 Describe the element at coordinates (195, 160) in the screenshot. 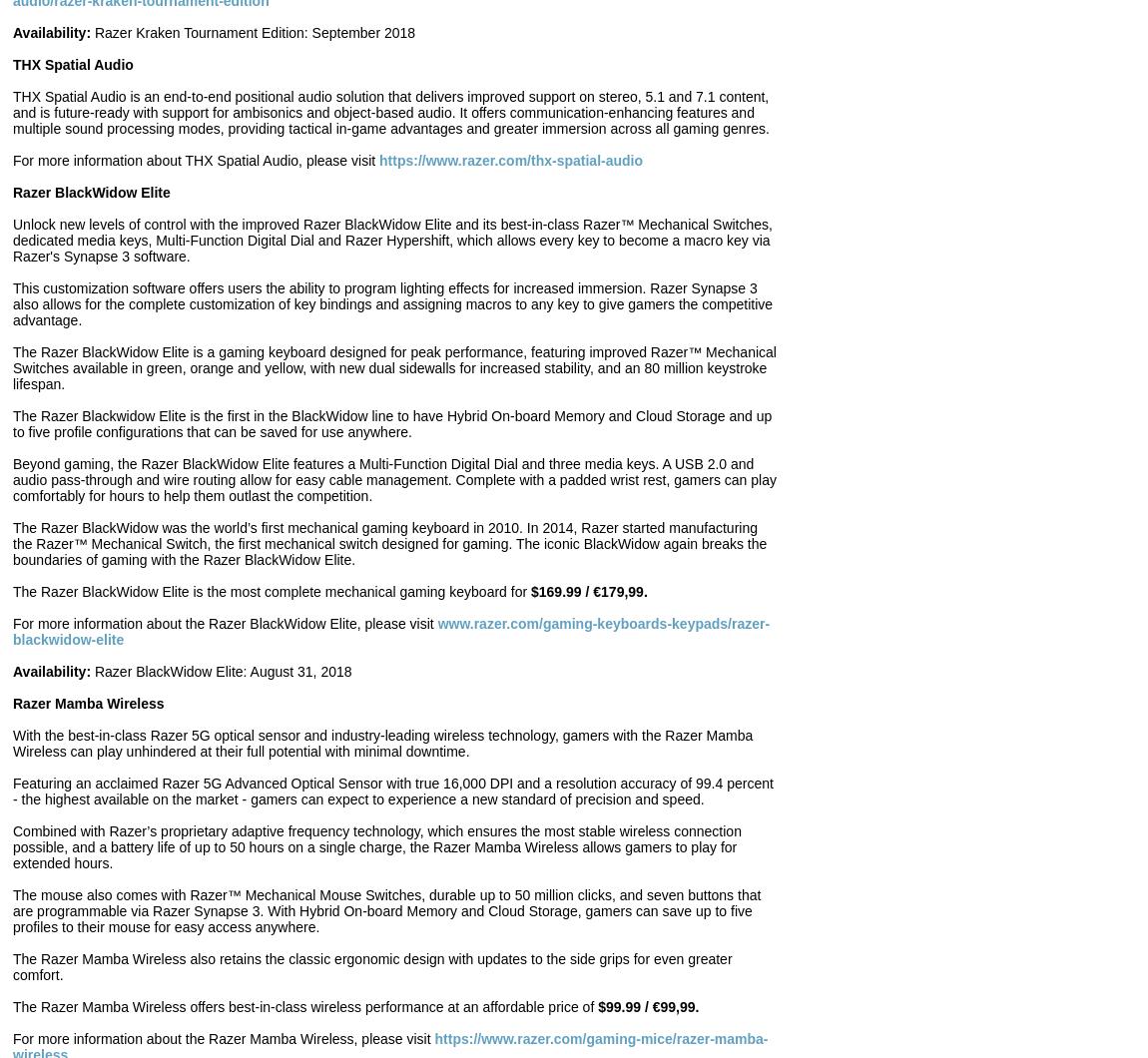

I see `'For more information about THX Spatial Audio, please visit'` at that location.